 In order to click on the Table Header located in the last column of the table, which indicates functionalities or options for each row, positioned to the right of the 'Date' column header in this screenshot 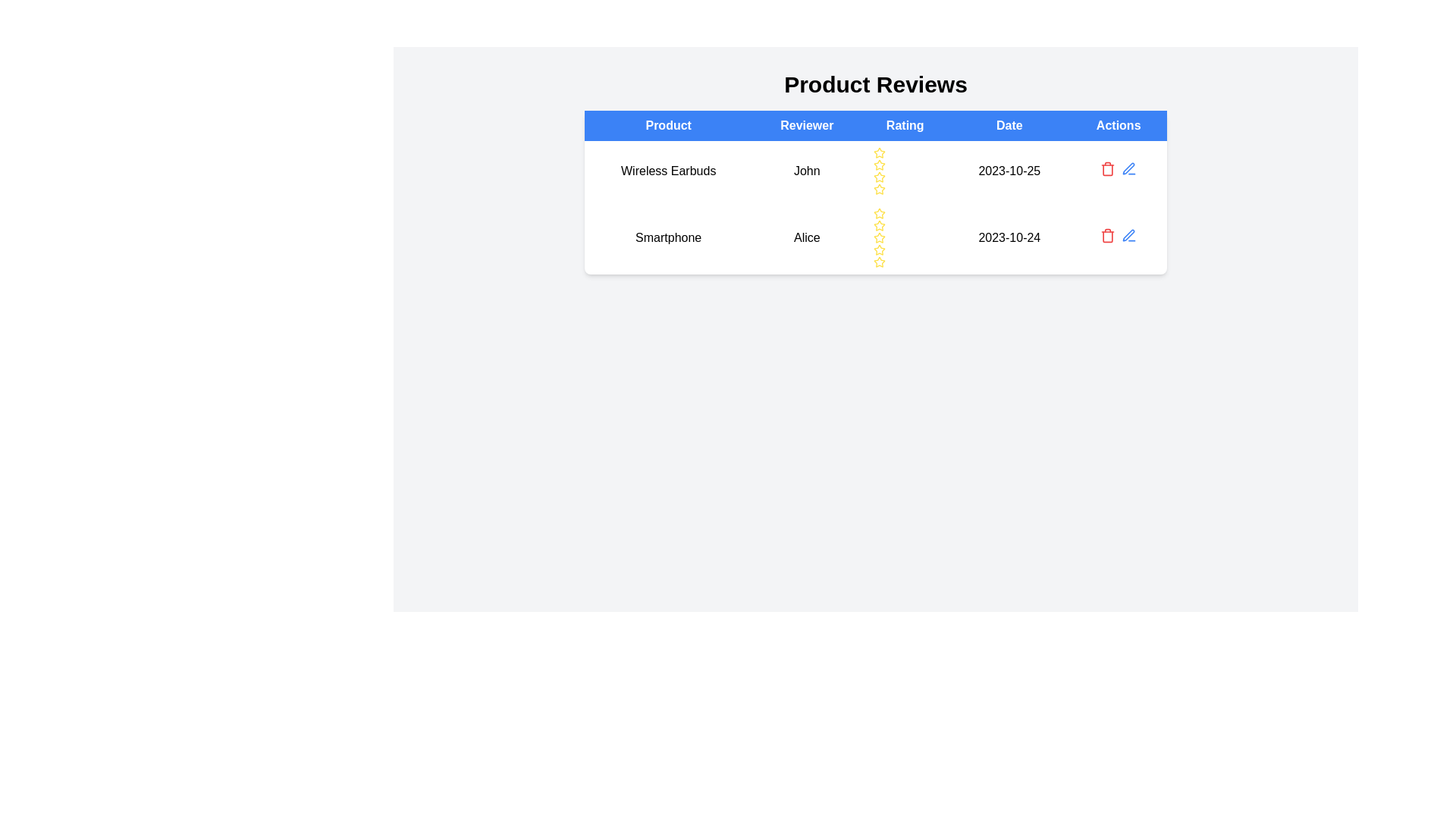, I will do `click(1119, 124)`.